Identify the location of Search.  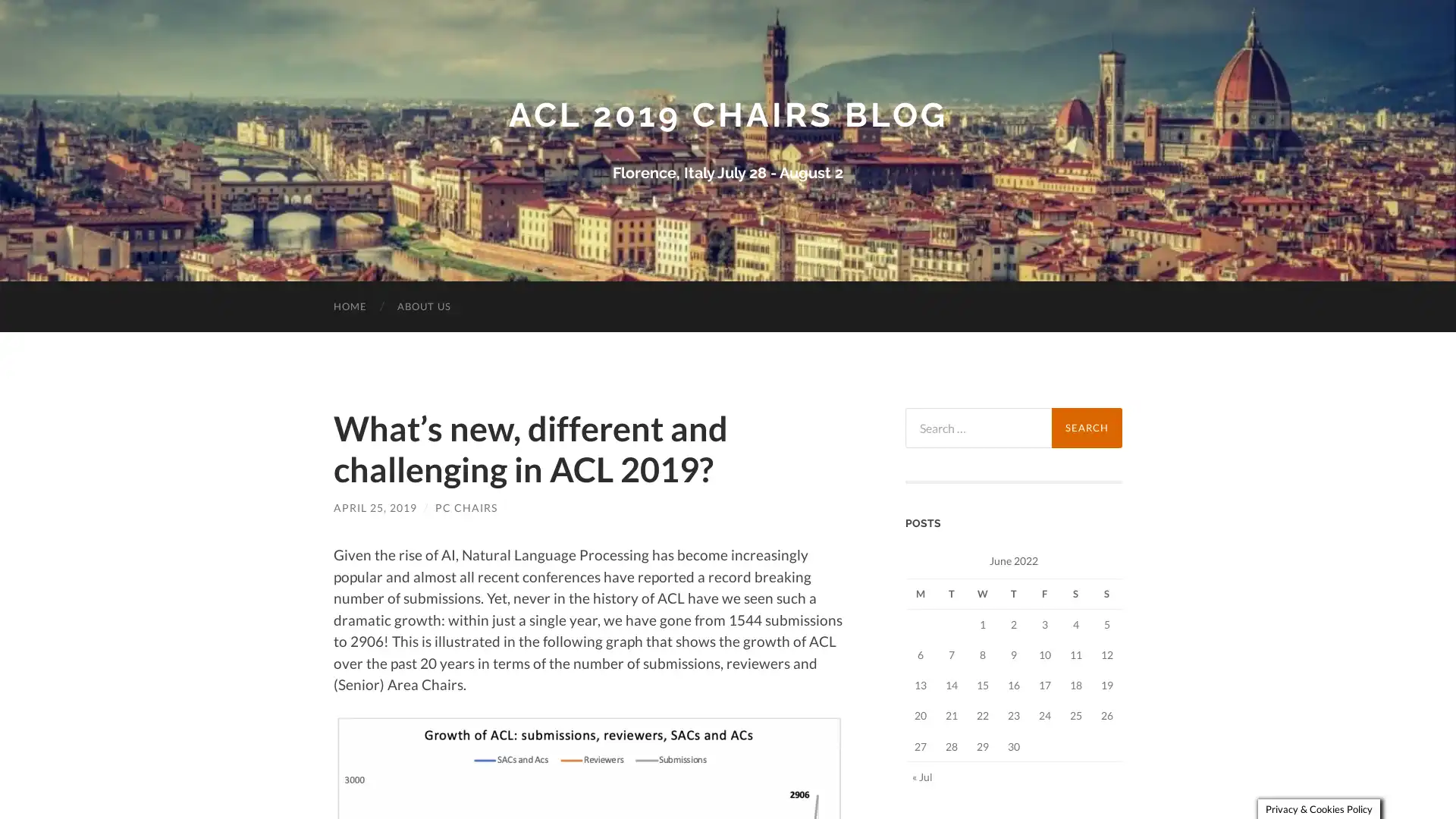
(1086, 427).